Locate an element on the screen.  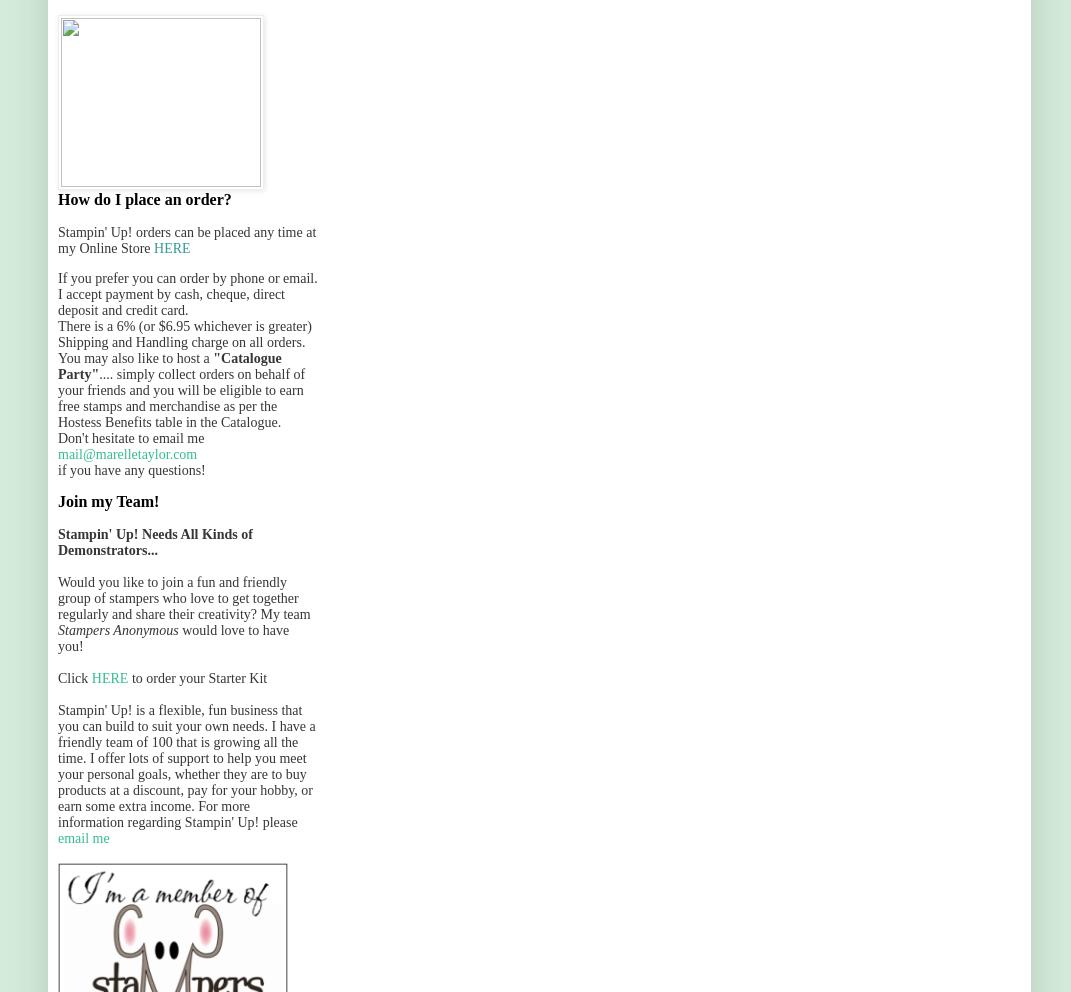
'Stampin' Up! Needs All Kinds of Demonstrators...' is located at coordinates (153, 542).